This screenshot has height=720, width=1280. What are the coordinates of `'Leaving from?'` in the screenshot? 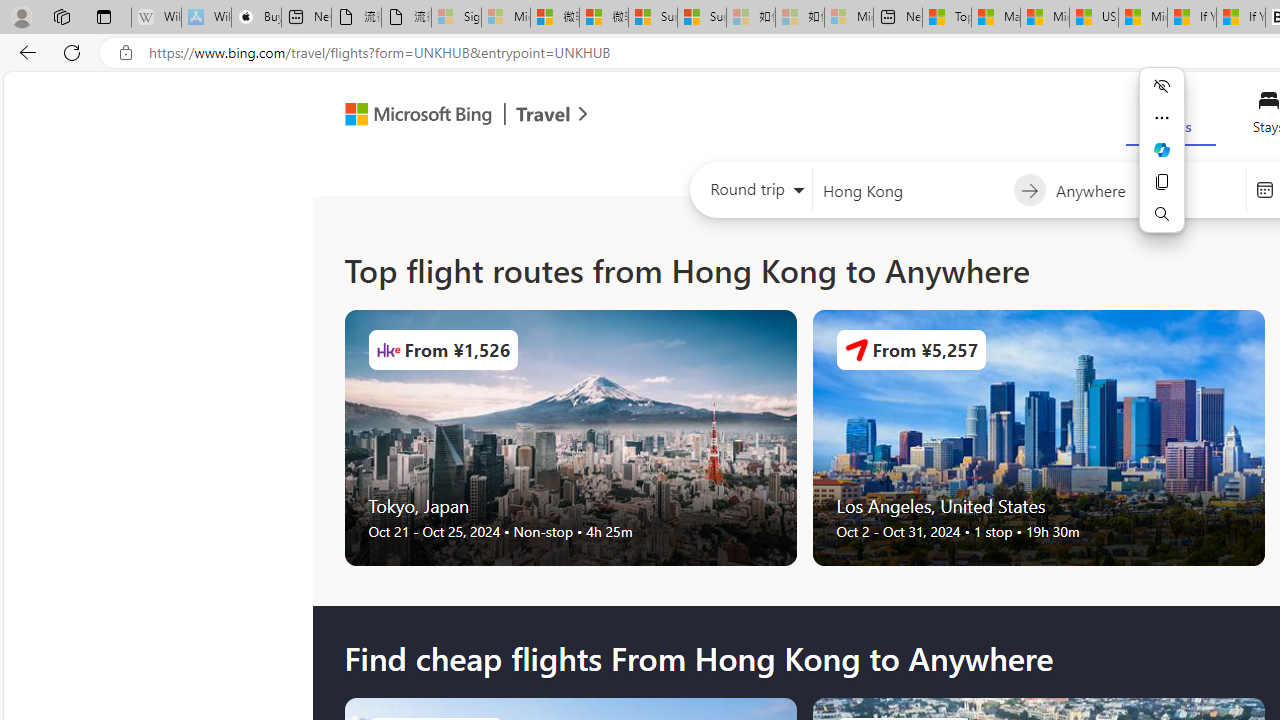 It's located at (911, 190).